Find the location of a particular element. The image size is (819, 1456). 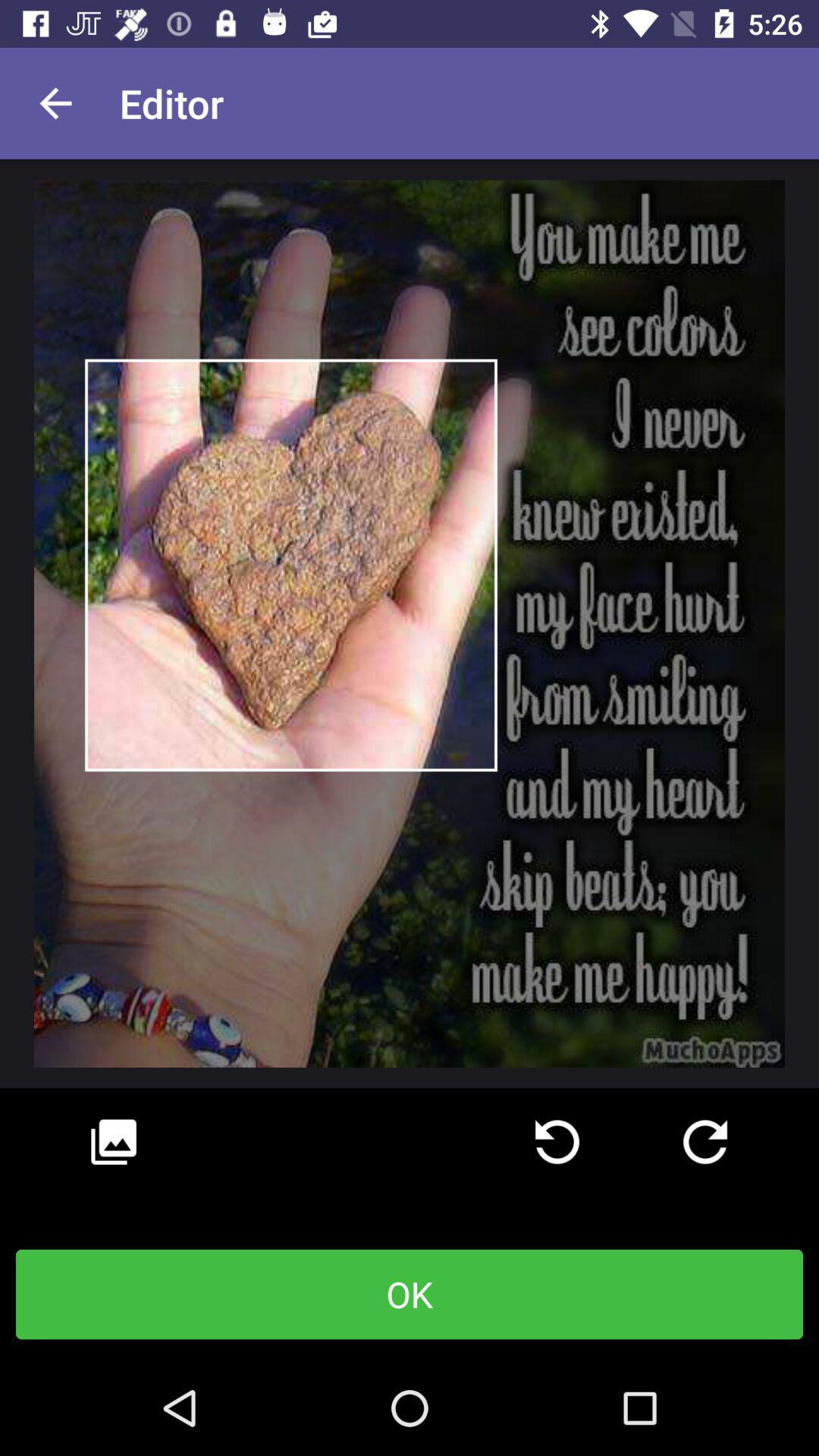

rotate to left is located at coordinates (557, 1142).